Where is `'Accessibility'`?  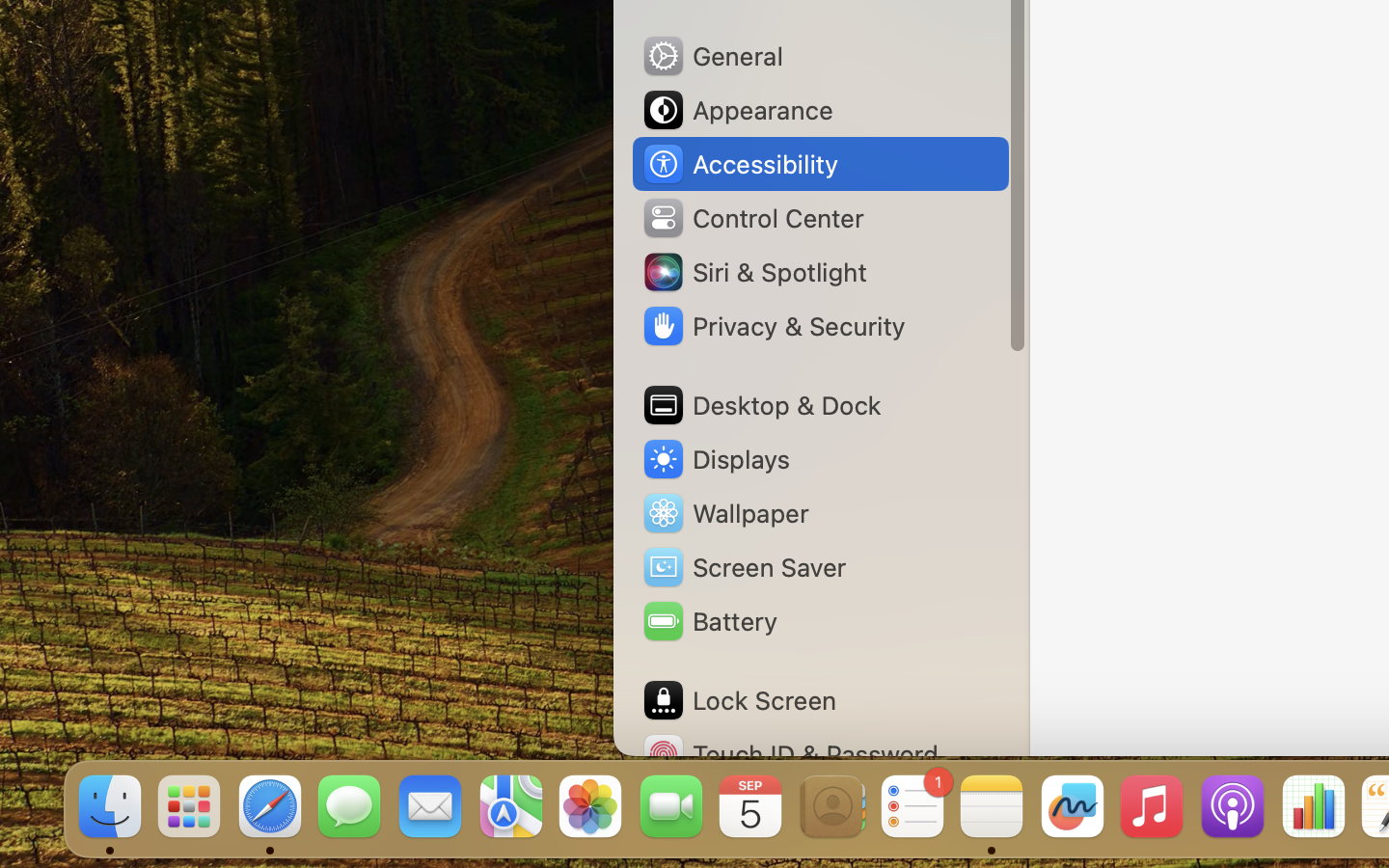
'Accessibility' is located at coordinates (738, 164).